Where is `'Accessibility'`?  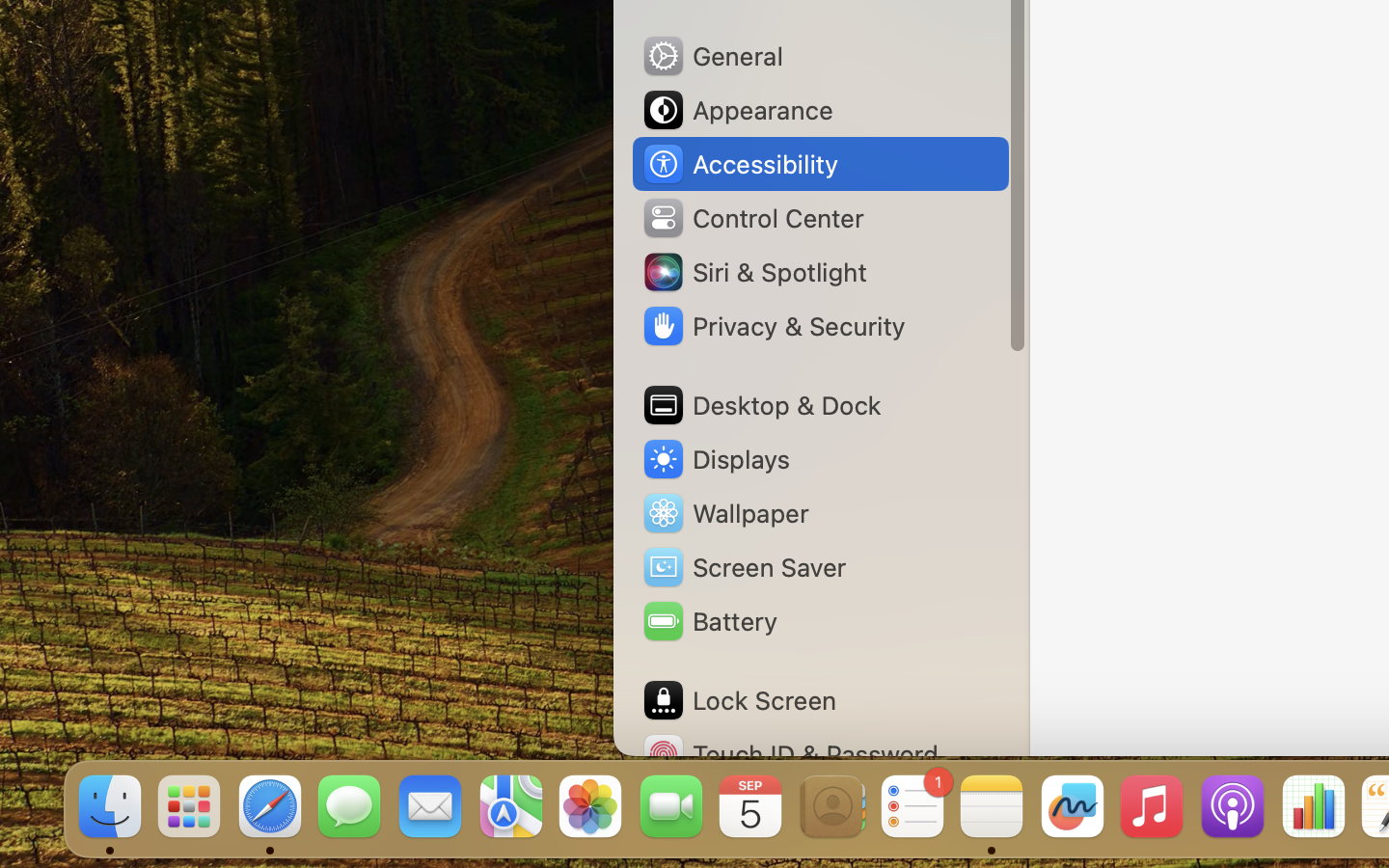
'Accessibility' is located at coordinates (738, 164).